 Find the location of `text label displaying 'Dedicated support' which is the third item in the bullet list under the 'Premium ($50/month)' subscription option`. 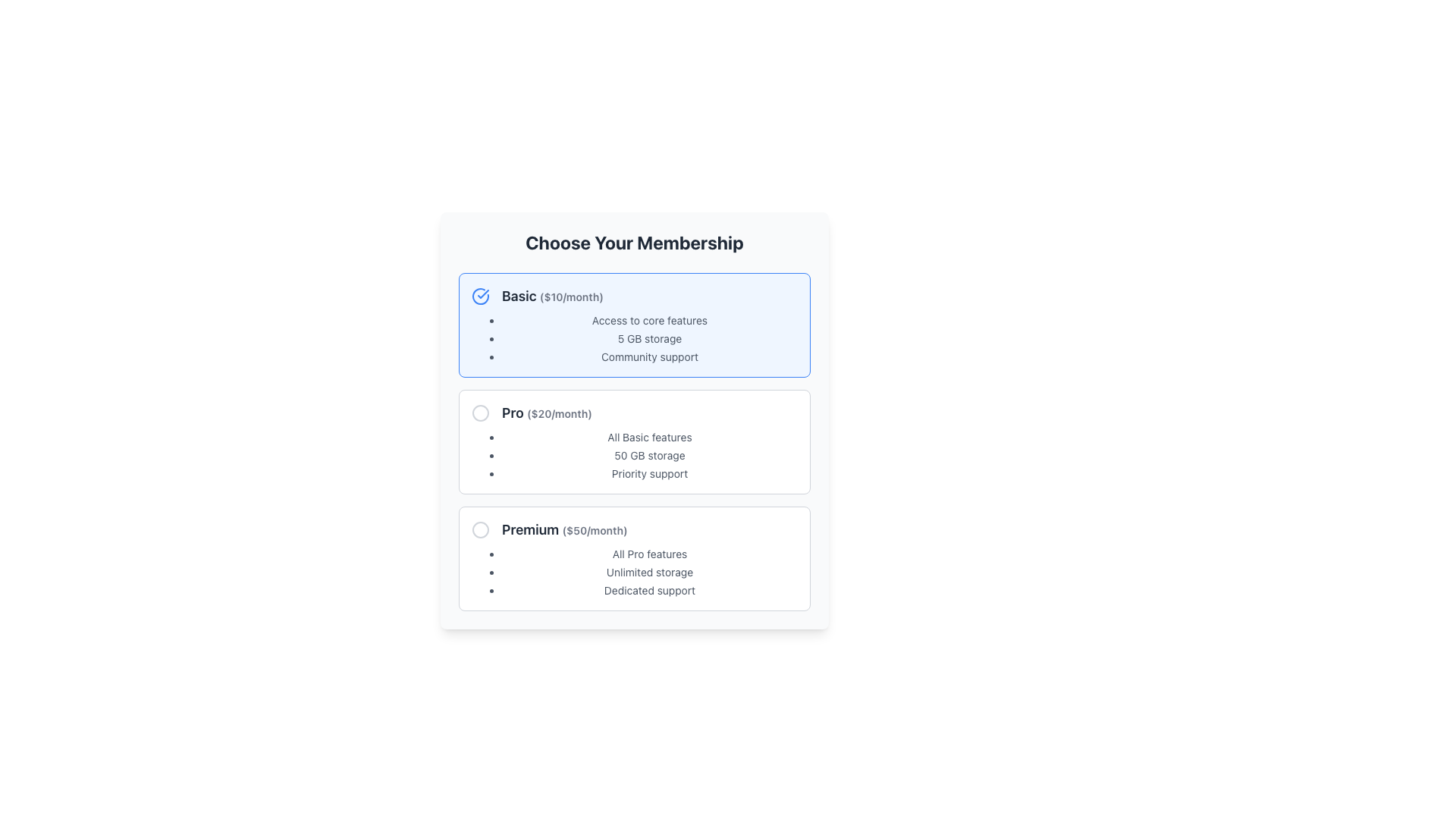

text label displaying 'Dedicated support' which is the third item in the bullet list under the 'Premium ($50/month)' subscription option is located at coordinates (650, 590).